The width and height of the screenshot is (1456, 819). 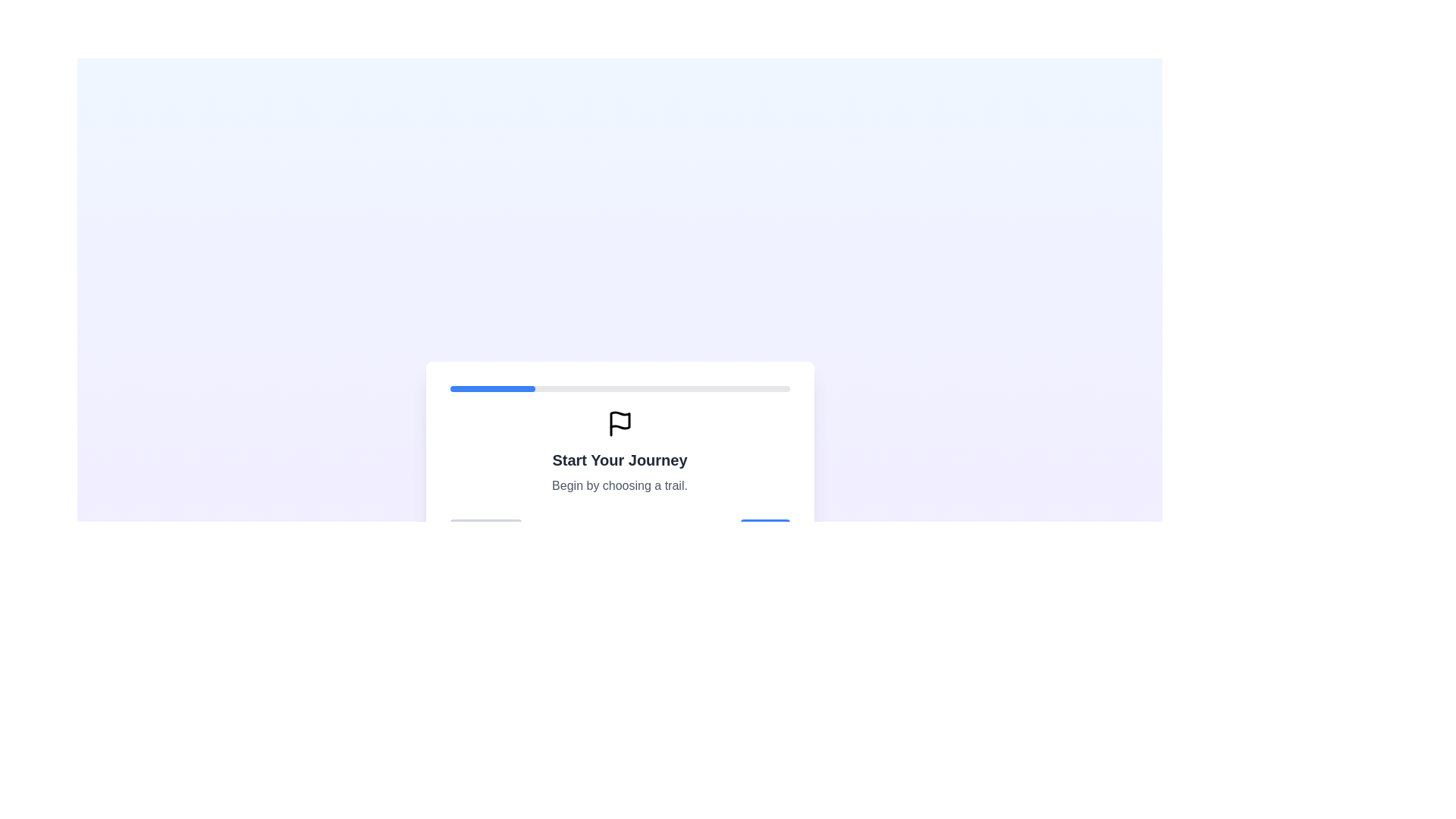 What do you see at coordinates (620, 485) in the screenshot?
I see `the gray styled text 'Begin by choosing a trail.' which is centrally positioned below the title 'Start Your Journey' to trigger a tooltip or style change` at bounding box center [620, 485].